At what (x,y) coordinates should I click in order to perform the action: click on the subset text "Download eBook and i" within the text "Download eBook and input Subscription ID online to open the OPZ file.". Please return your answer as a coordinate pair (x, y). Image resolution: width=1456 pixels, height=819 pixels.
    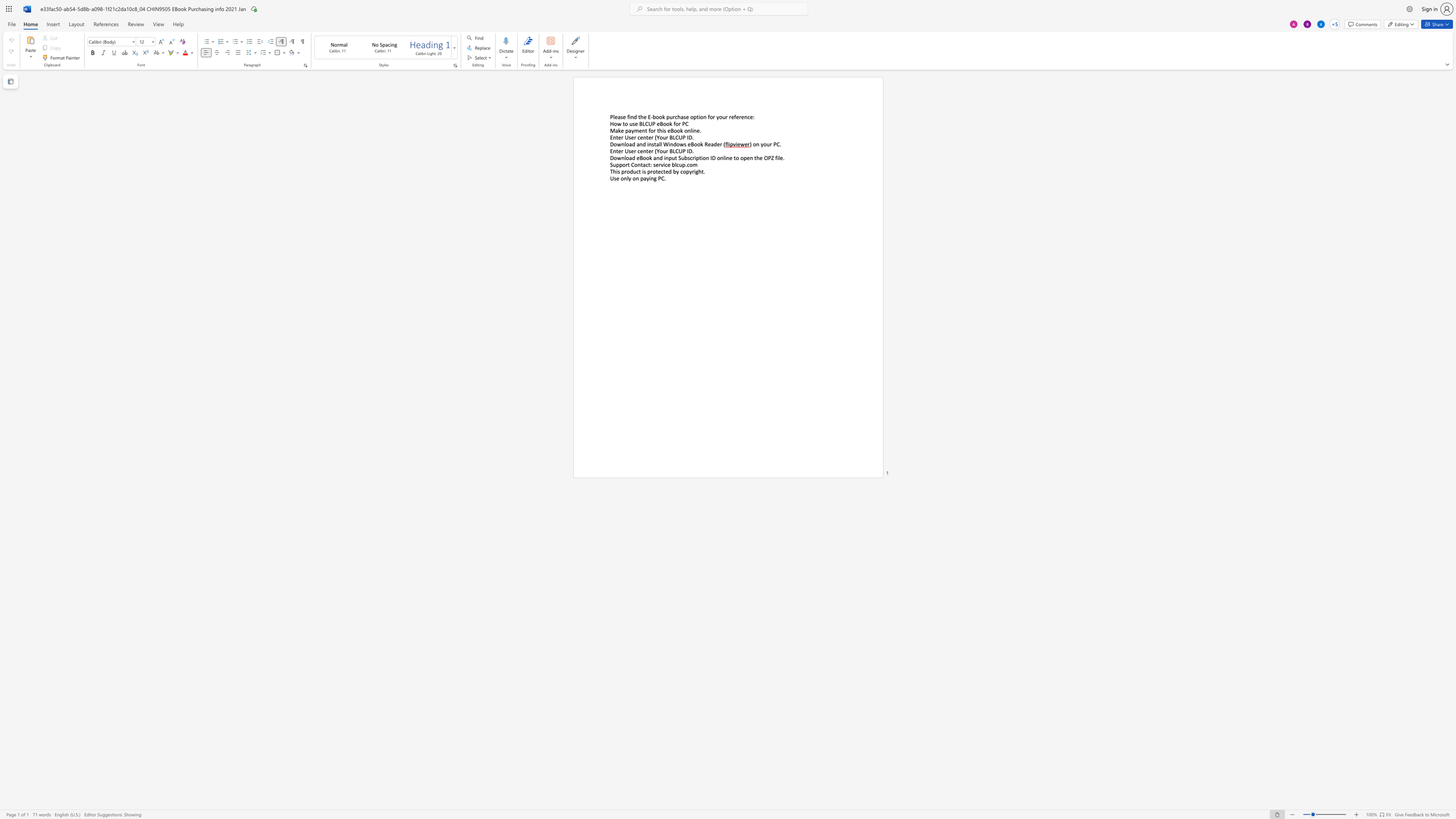
    Looking at the image, I should click on (610, 157).